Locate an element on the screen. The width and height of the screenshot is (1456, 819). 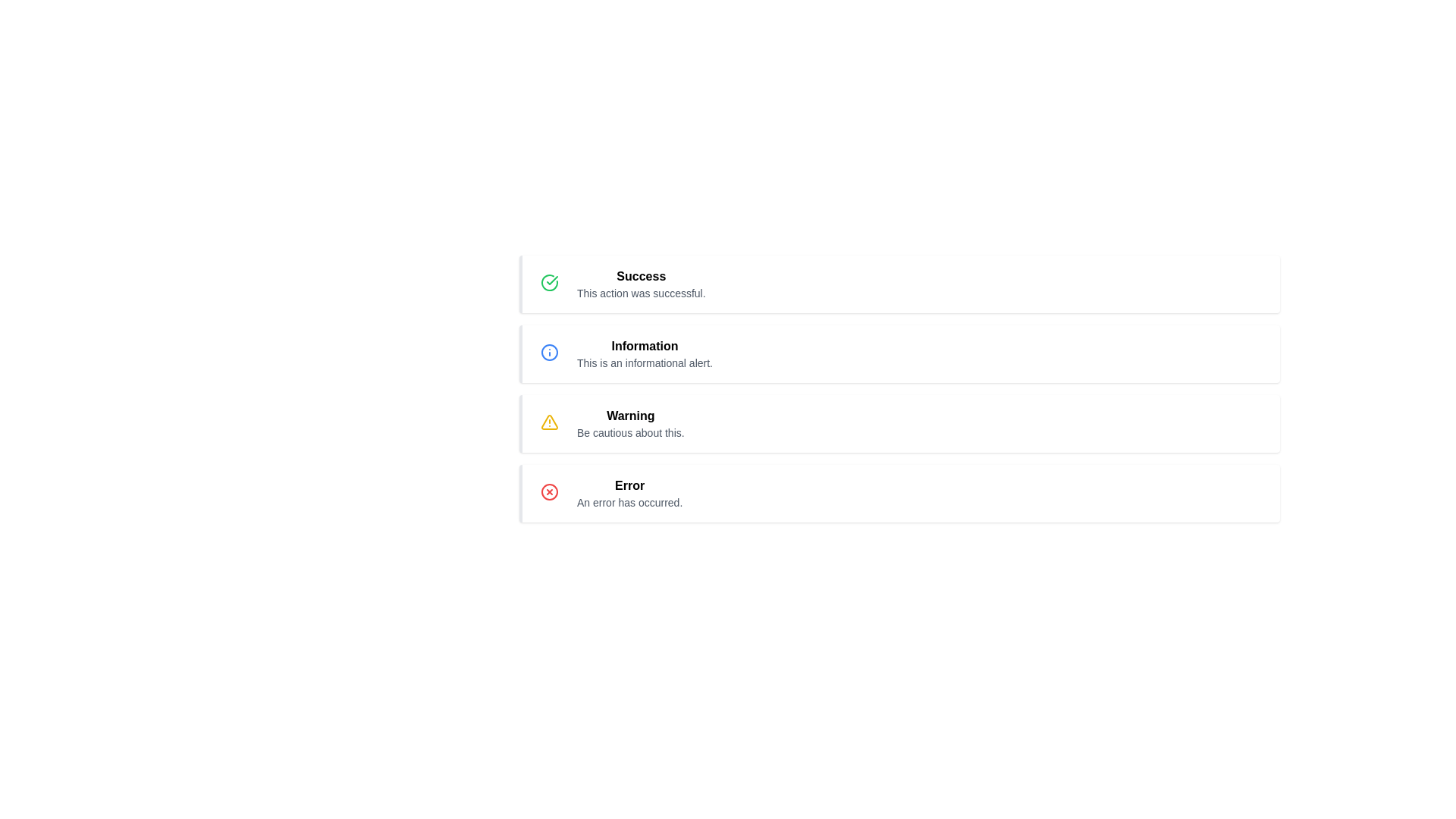
the 'Information' alert icon located on the left side of the alert box labeled 'Information This is an informational alert.' is located at coordinates (548, 353).